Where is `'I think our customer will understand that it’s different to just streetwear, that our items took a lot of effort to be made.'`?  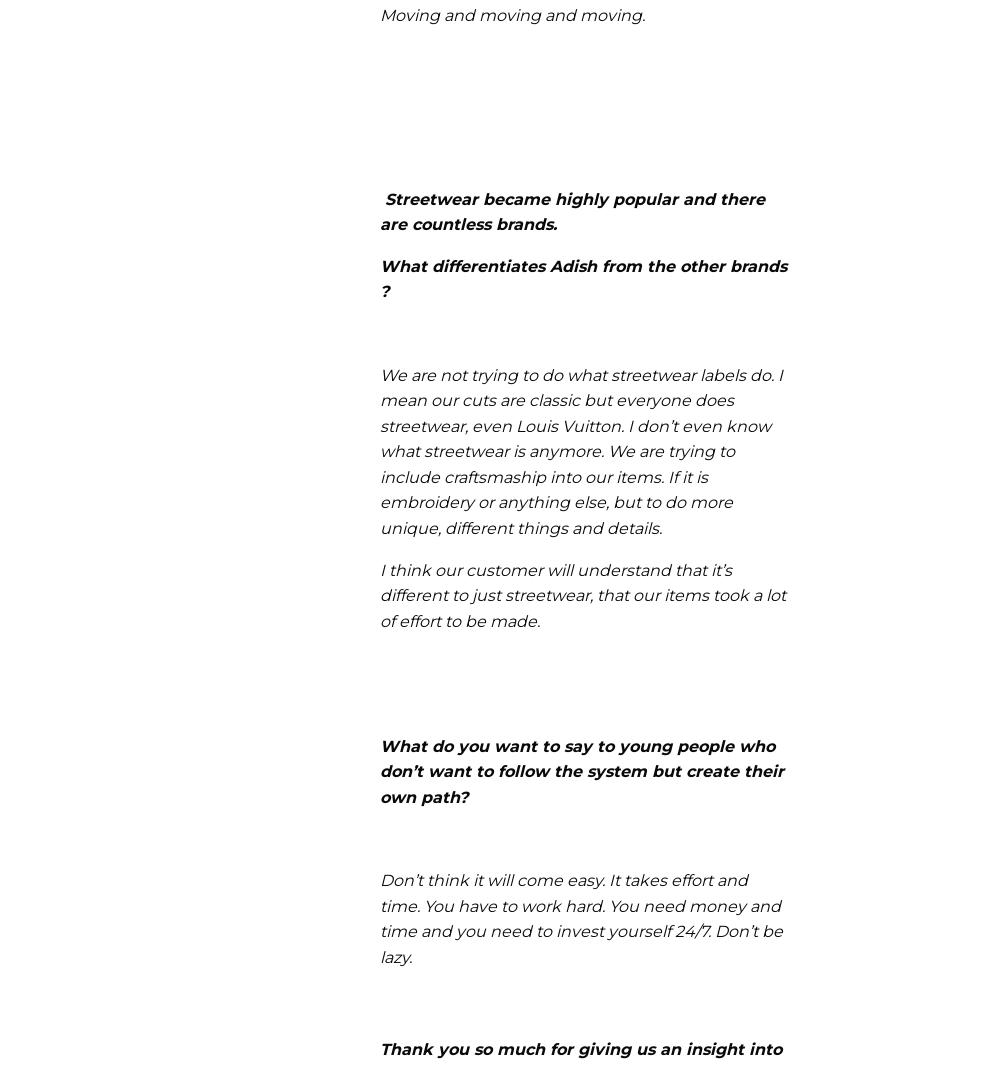 'I think our customer will understand that it’s different to just streetwear, that our items took a lot of effort to be made.' is located at coordinates (582, 594).